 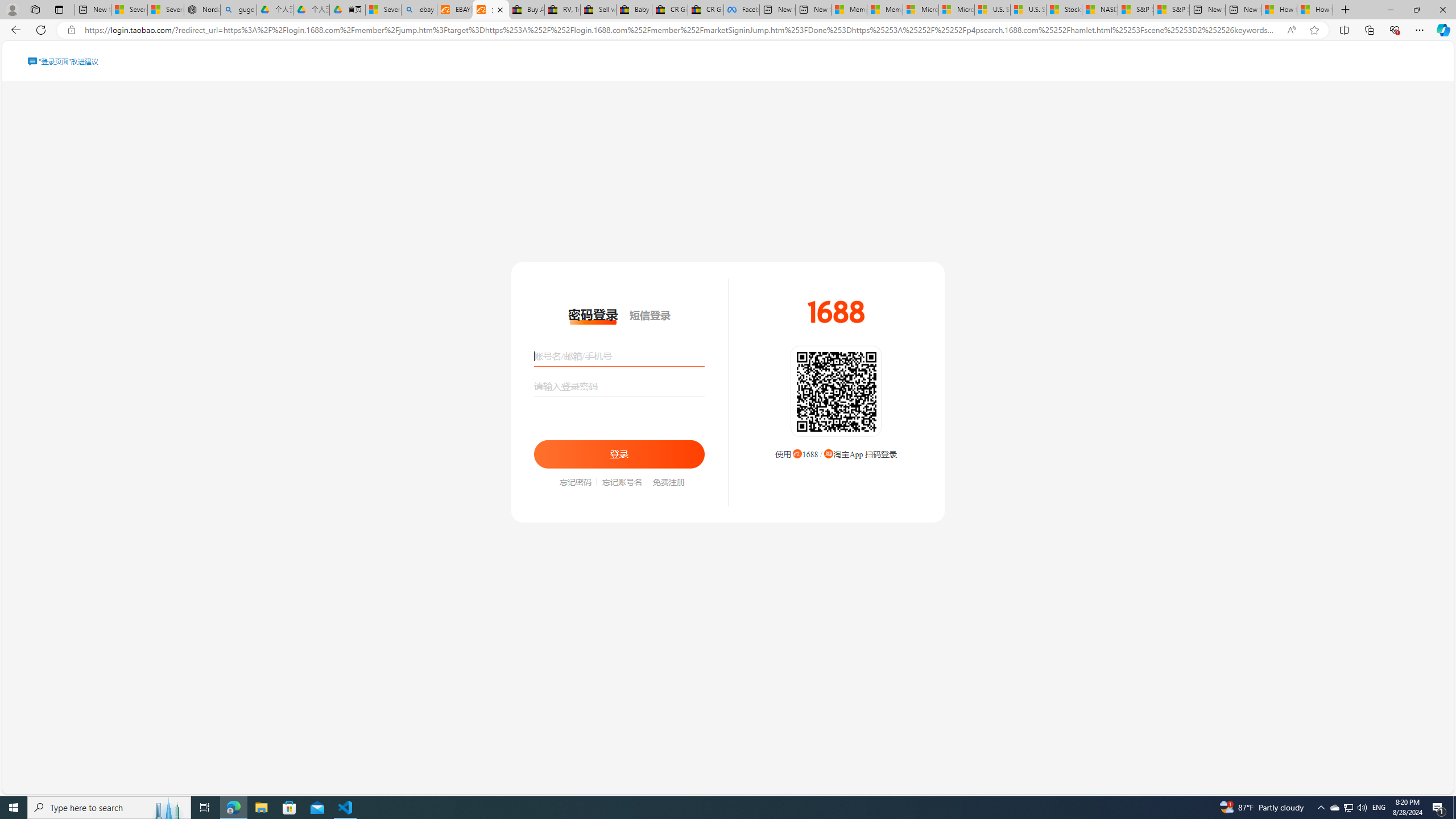 I want to click on 'Settings and more (Alt+F)', so click(x=1419, y=29).